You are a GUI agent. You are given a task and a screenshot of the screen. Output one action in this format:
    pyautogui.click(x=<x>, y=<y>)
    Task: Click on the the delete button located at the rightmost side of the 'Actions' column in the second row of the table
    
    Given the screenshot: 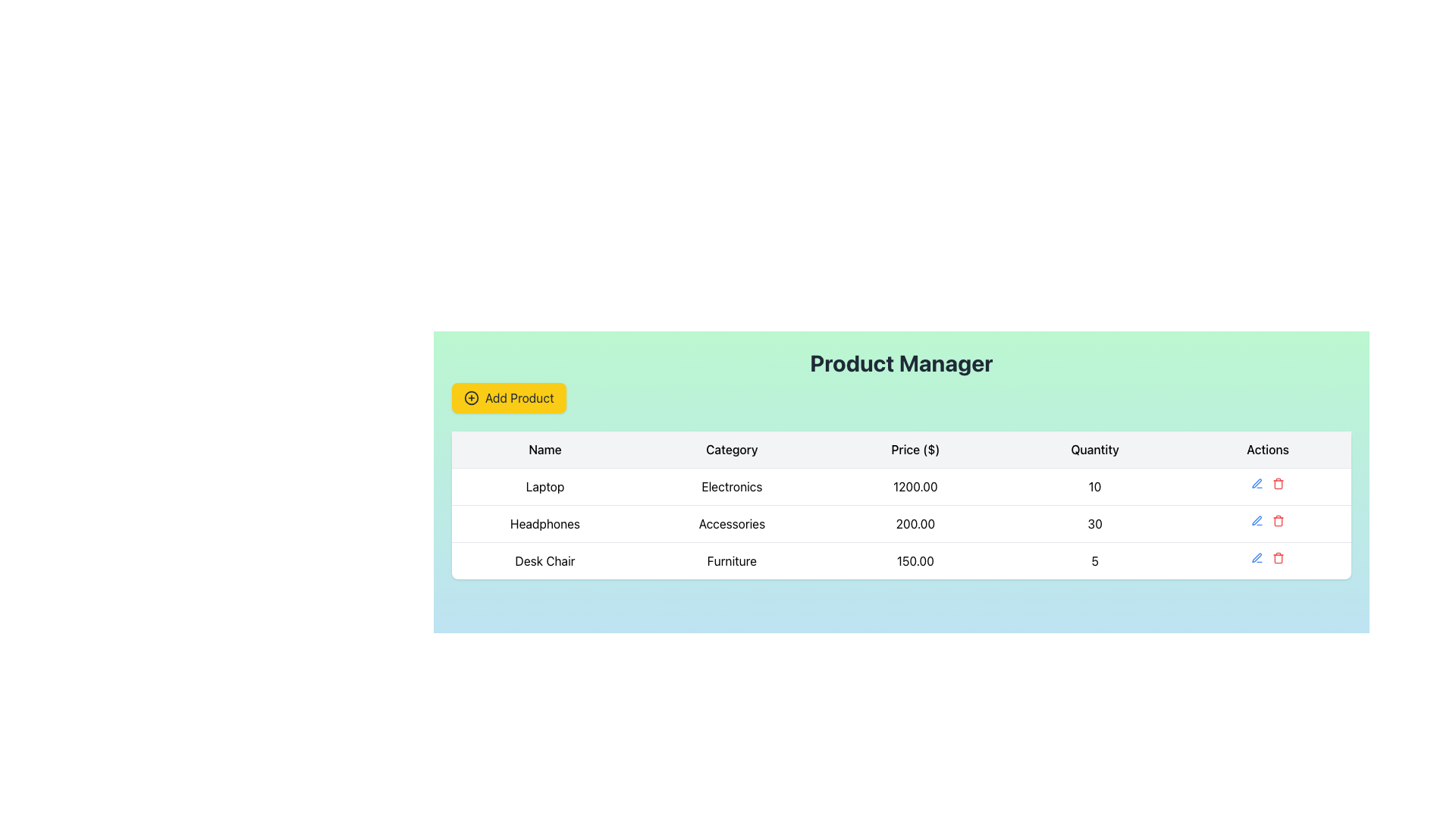 What is the action you would take?
    pyautogui.click(x=1278, y=519)
    